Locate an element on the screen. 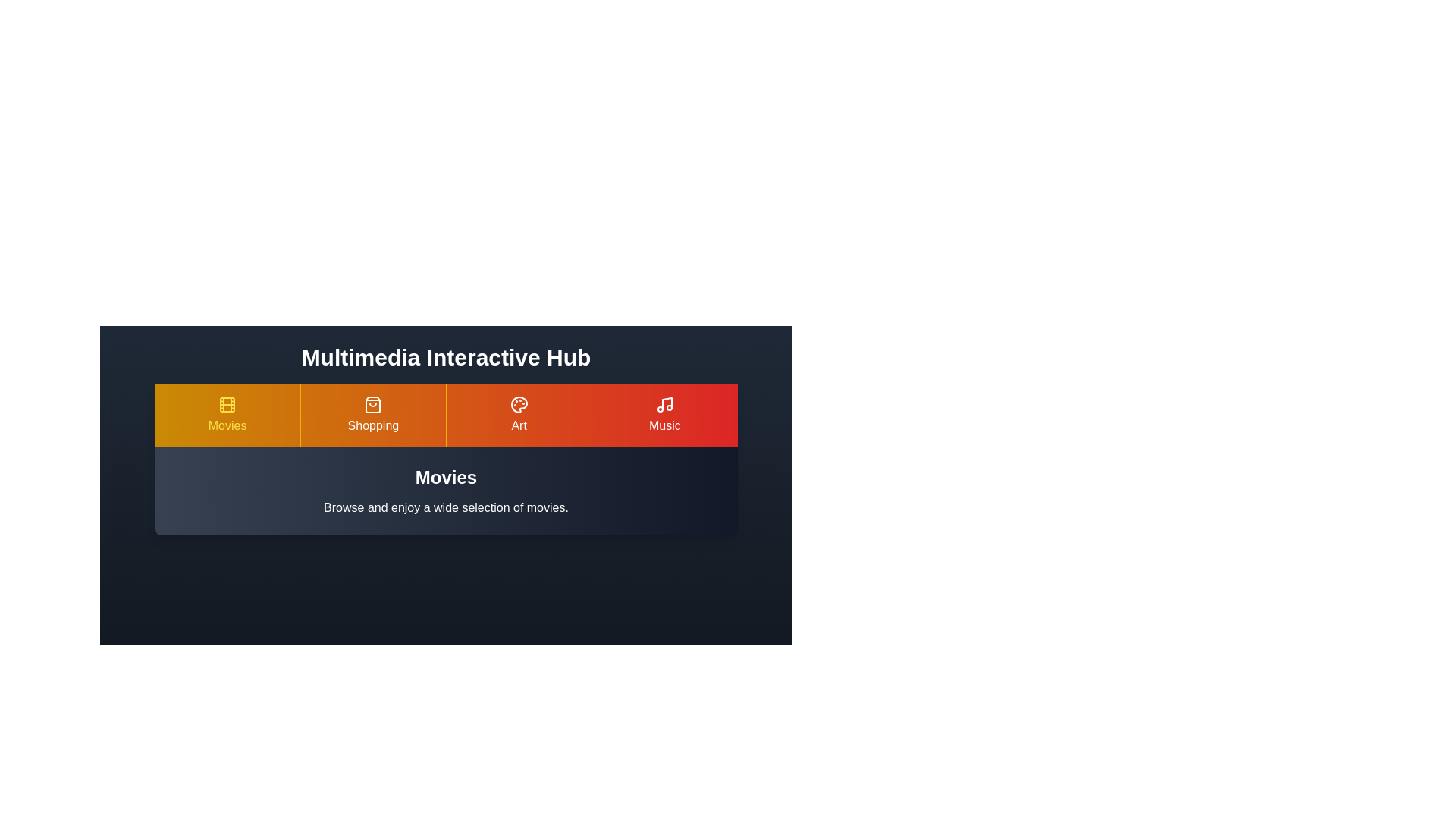 Image resolution: width=1456 pixels, height=819 pixels. the Shopping tab to view its content is located at coordinates (372, 415).